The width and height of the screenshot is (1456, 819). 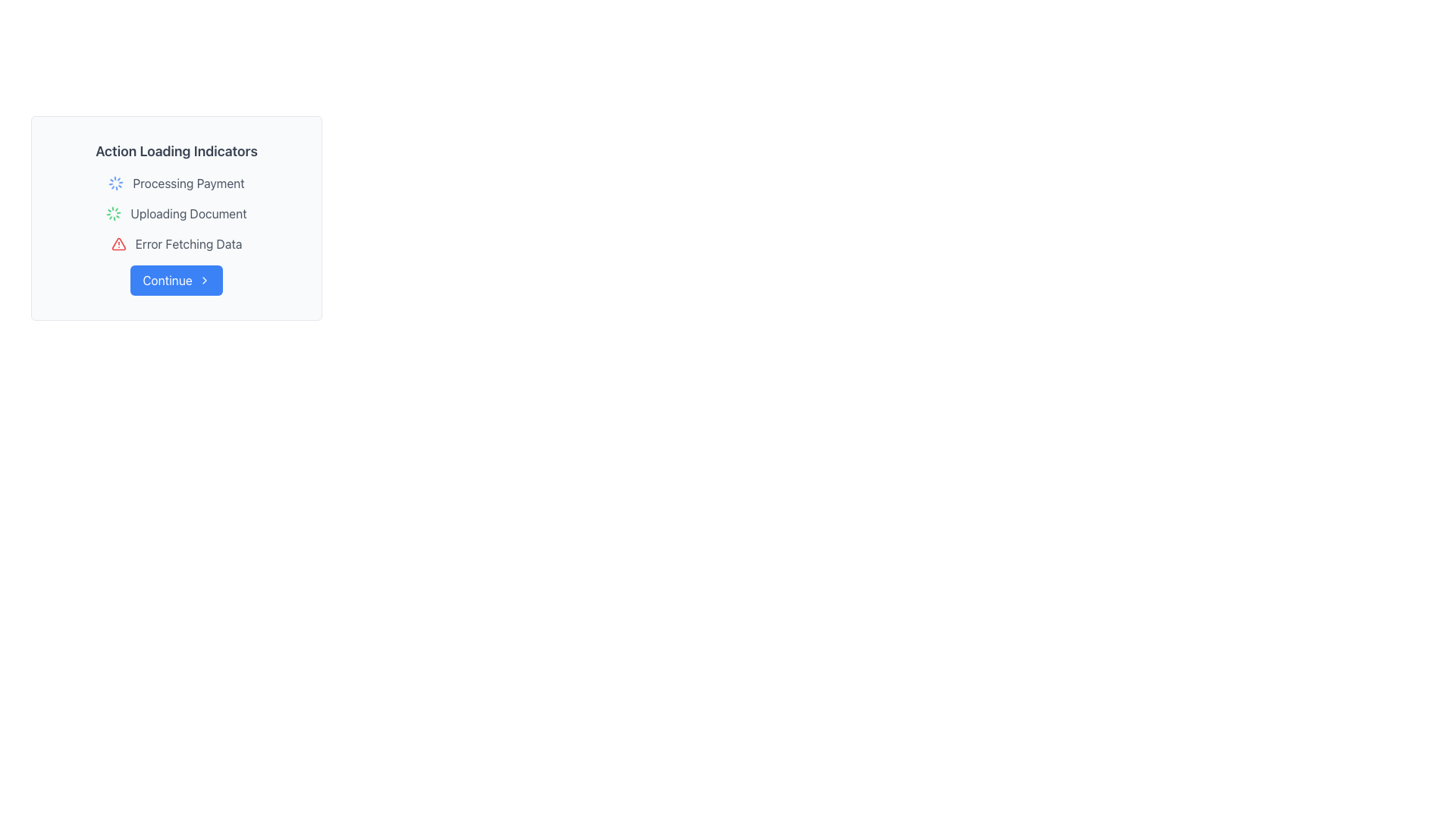 I want to click on the Informational Indicator located below the heading 'Action Loading Indicators' and above 'Uploading Document', which visually represents an ongoing process with a loader animation, so click(x=177, y=183).